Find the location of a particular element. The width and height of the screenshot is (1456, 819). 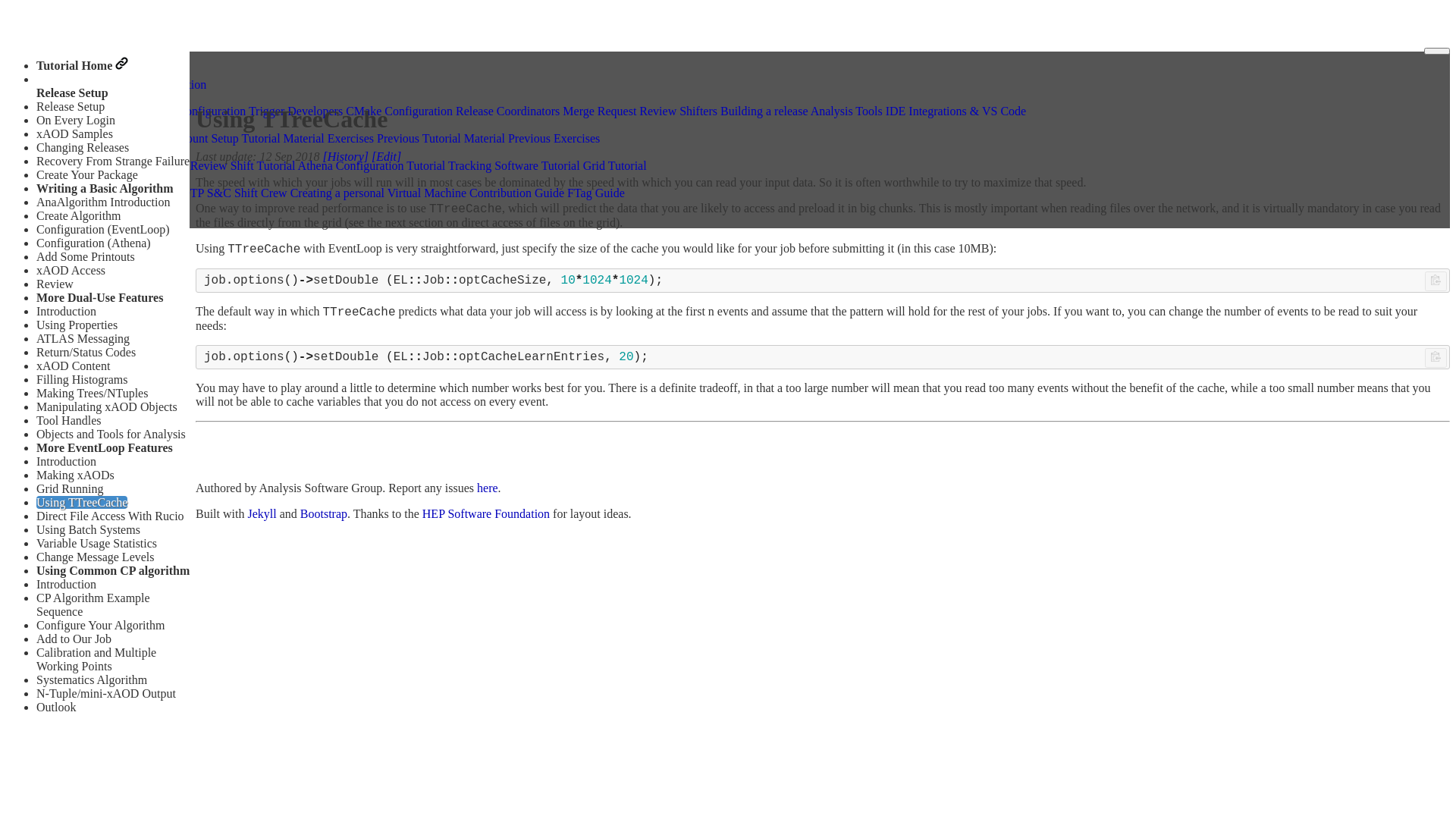

'On Every Login' is located at coordinates (75, 119).